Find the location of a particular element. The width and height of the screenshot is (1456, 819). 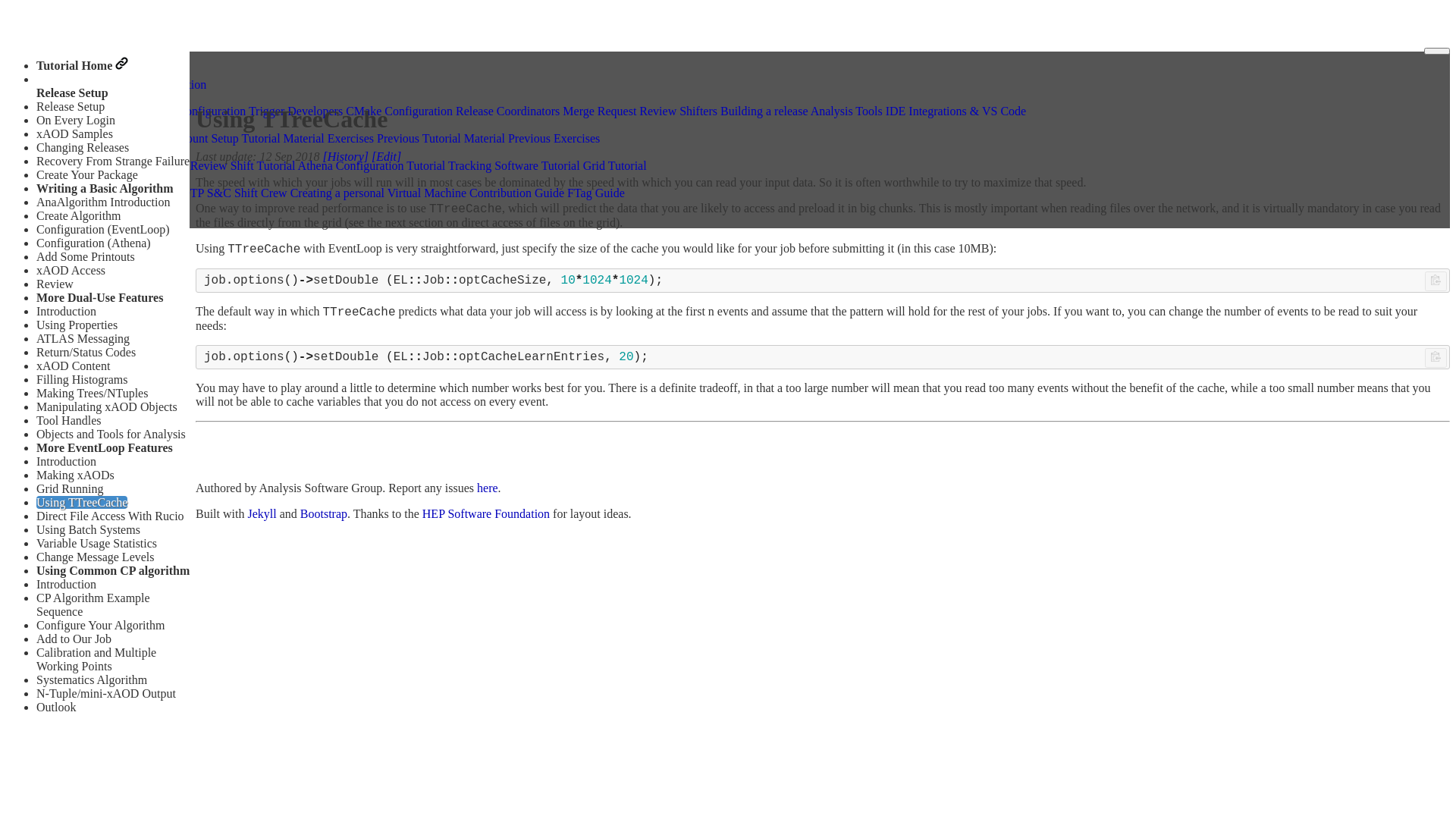

'On Every Login' is located at coordinates (75, 119).